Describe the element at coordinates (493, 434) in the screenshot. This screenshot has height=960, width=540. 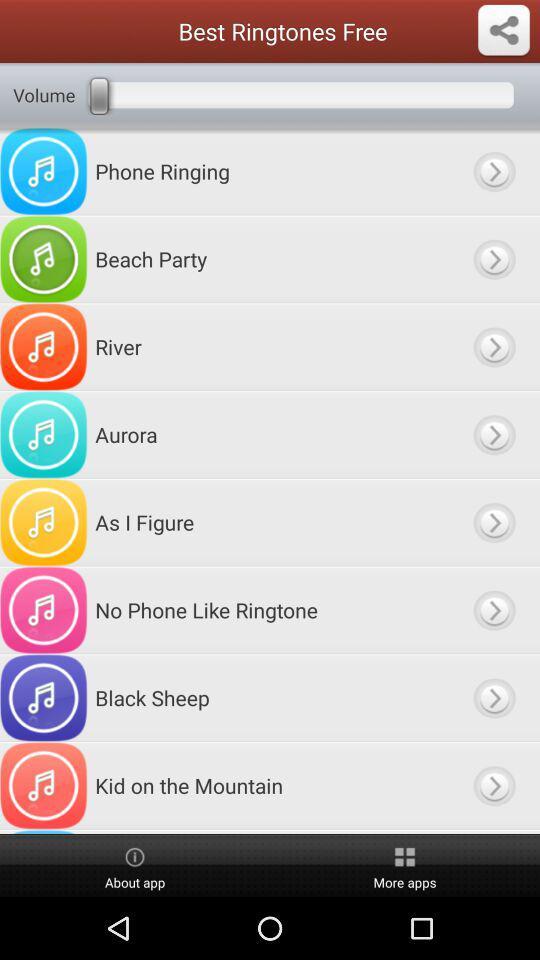
I see `selected ringtone` at that location.